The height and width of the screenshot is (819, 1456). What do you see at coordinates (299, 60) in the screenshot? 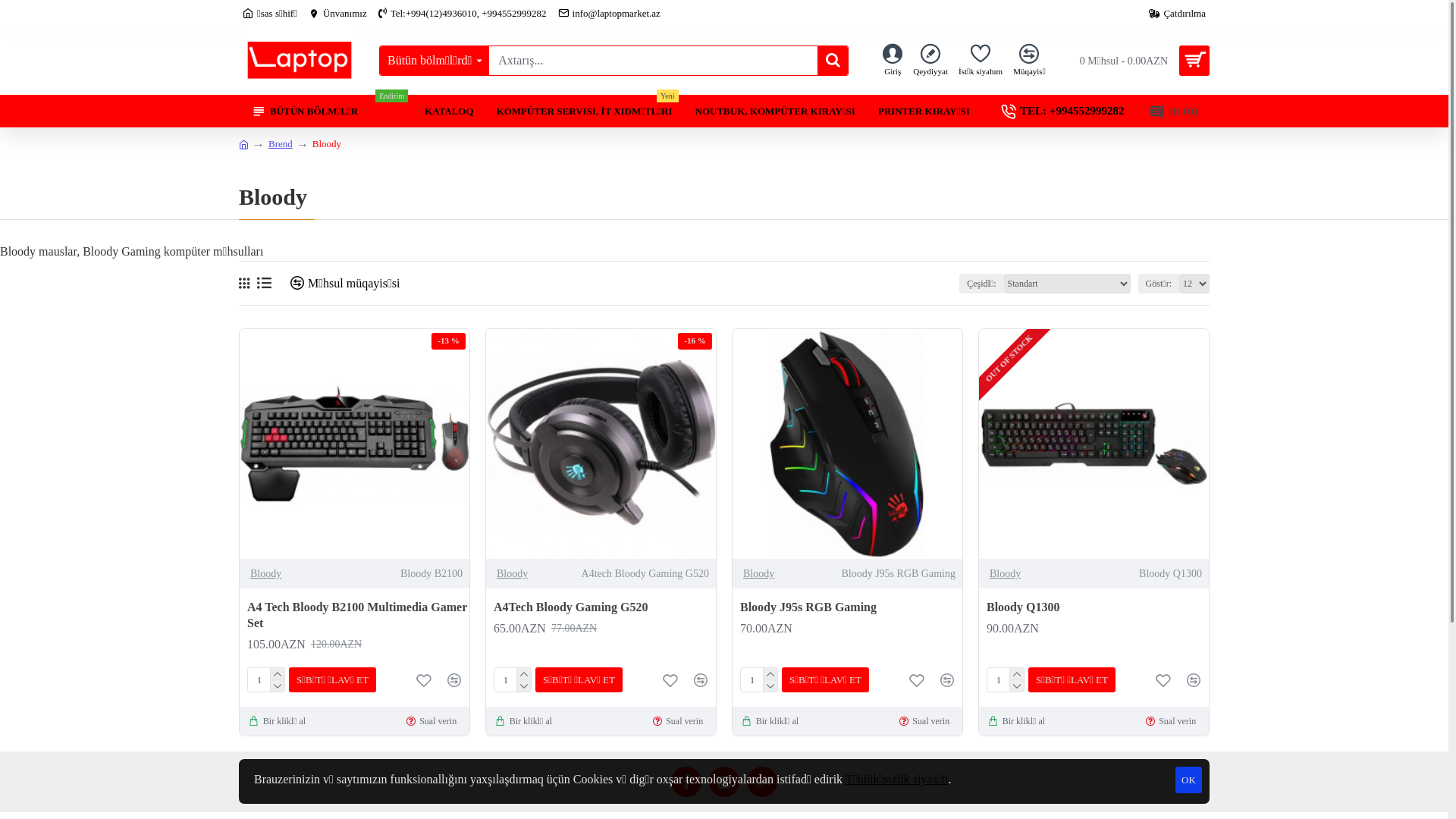
I see `'LaptopMarket'` at bounding box center [299, 60].